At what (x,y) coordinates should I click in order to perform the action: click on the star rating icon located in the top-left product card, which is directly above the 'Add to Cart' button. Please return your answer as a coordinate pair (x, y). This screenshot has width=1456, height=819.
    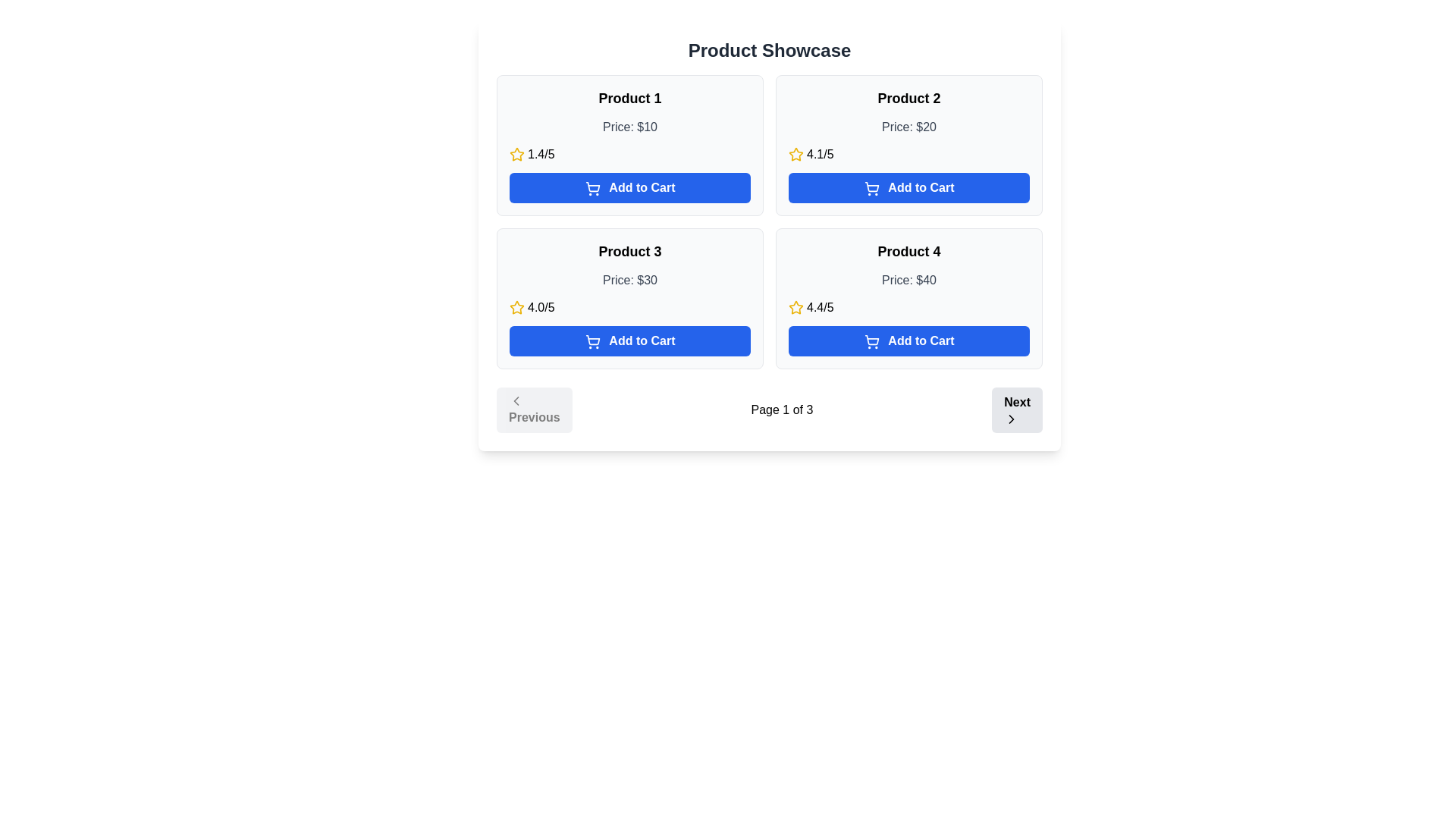
    Looking at the image, I should click on (516, 155).